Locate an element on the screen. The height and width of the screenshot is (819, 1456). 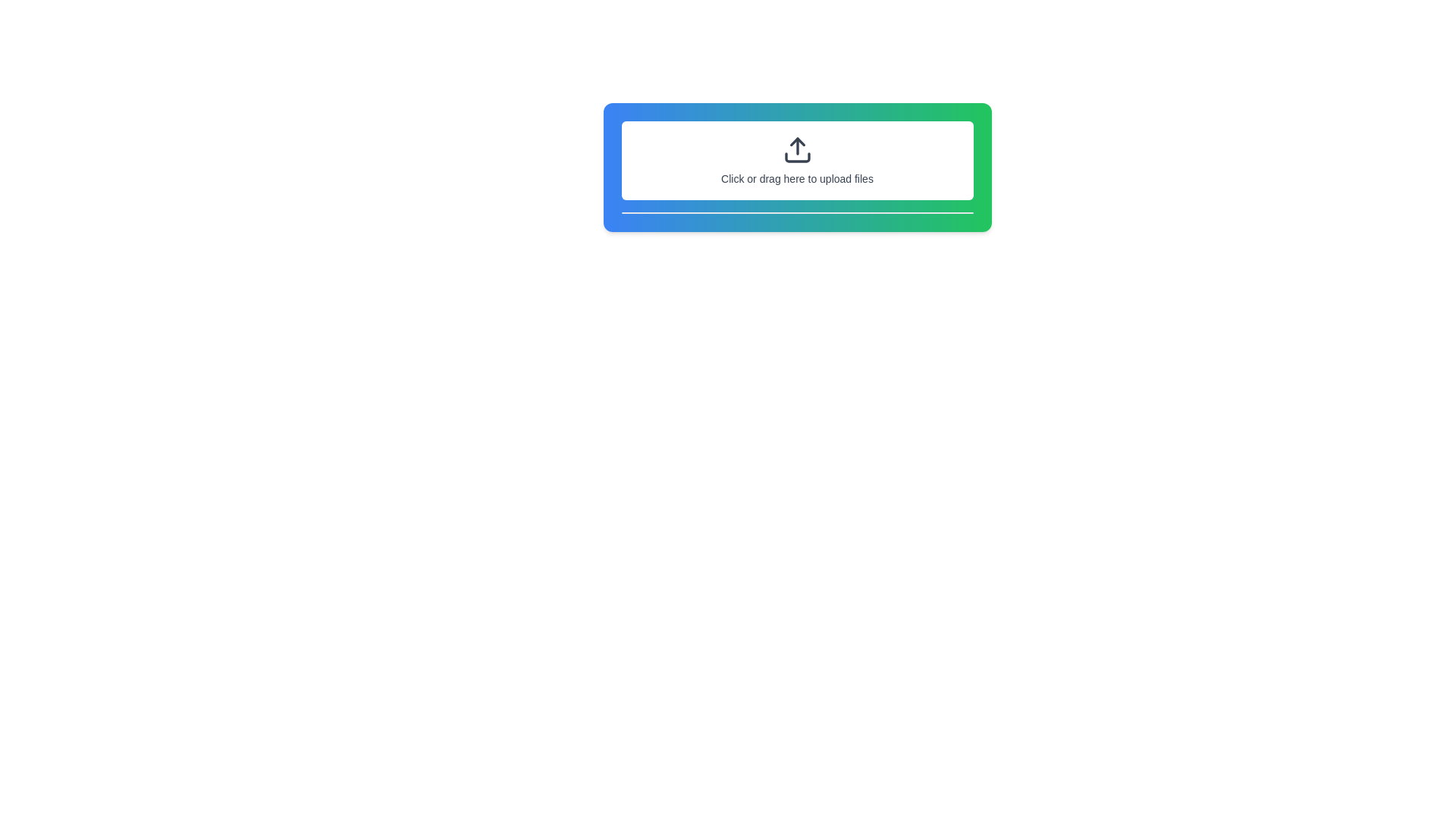
the arrowhead icon representing the upload action, which is part of an SVG group with a gradient blue-to-green border is located at coordinates (796, 142).